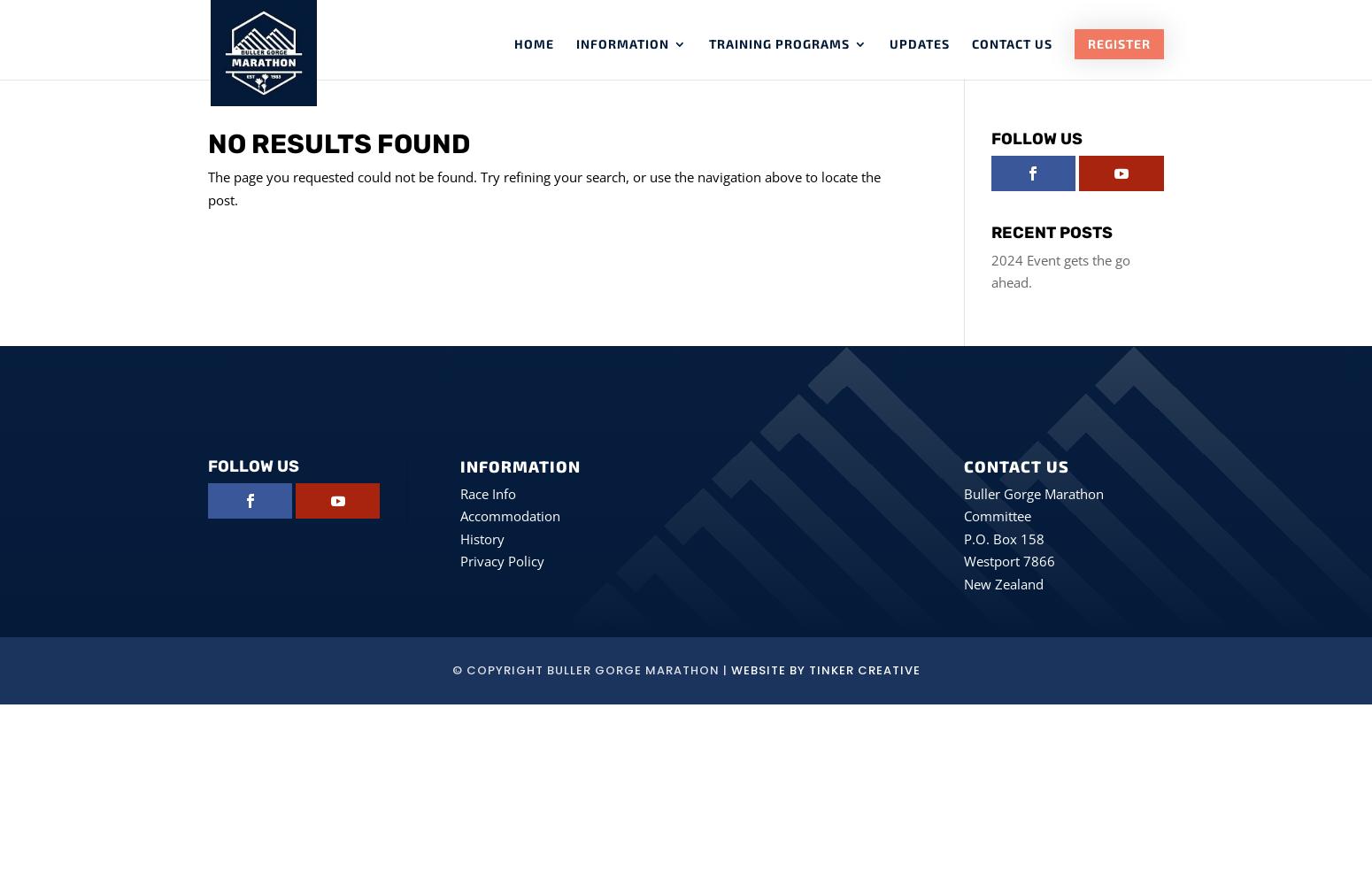  What do you see at coordinates (640, 223) in the screenshot?
I see `'Results'` at bounding box center [640, 223].